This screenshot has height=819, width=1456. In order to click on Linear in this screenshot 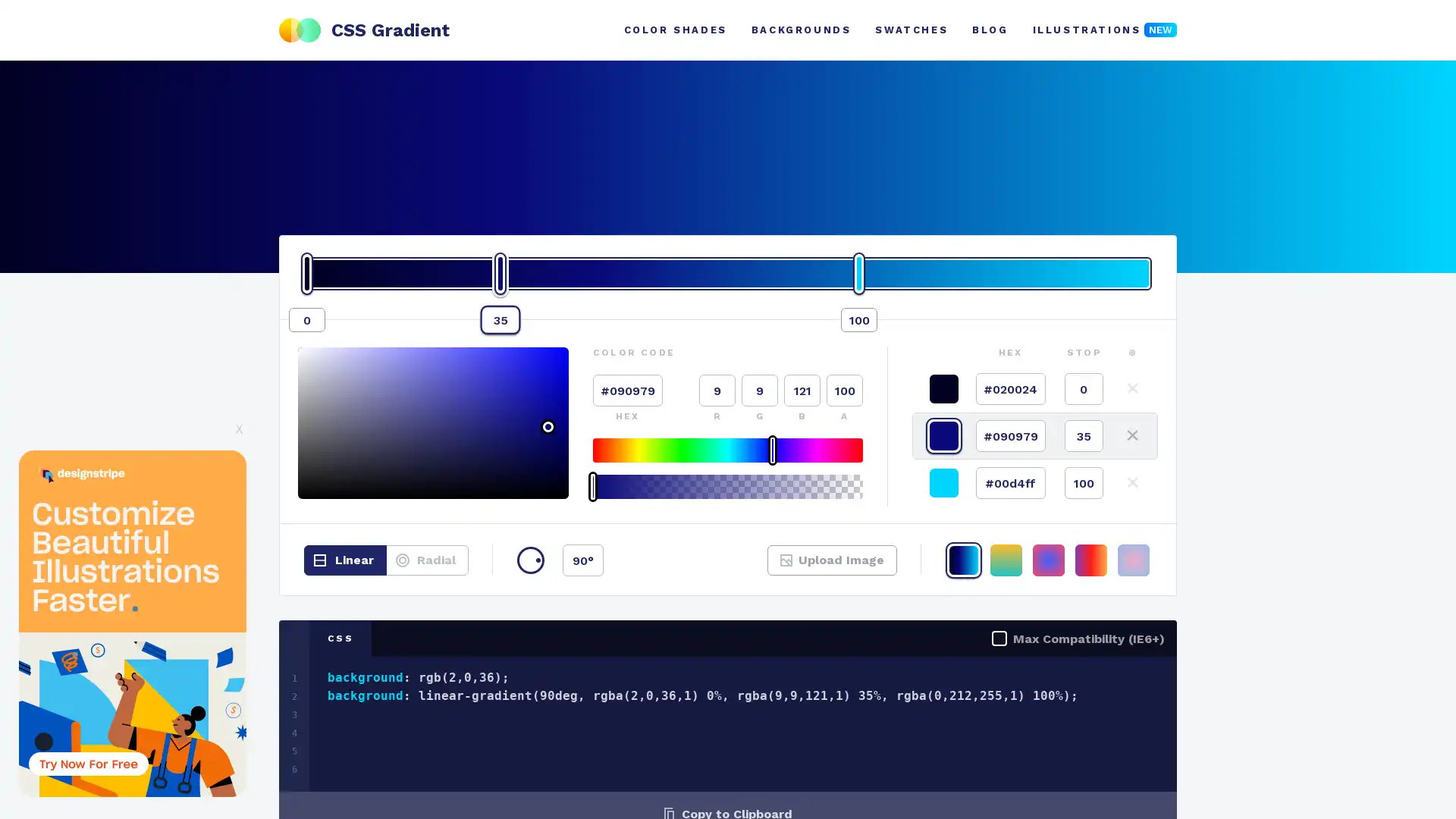, I will do `click(344, 560)`.